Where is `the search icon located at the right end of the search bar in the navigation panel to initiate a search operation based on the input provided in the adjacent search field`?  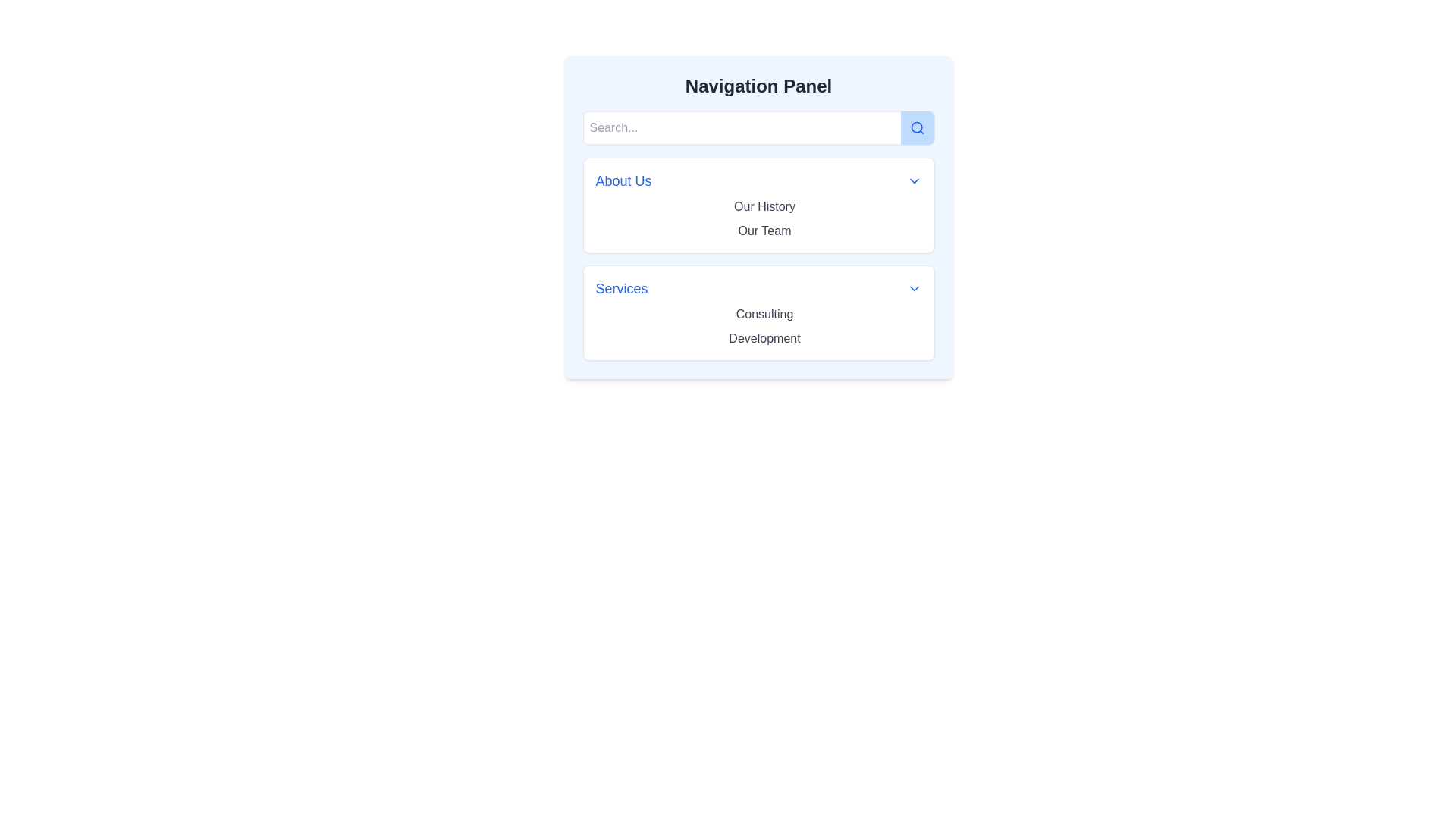
the search icon located at the right end of the search bar in the navigation panel to initiate a search operation based on the input provided in the adjacent search field is located at coordinates (916, 127).